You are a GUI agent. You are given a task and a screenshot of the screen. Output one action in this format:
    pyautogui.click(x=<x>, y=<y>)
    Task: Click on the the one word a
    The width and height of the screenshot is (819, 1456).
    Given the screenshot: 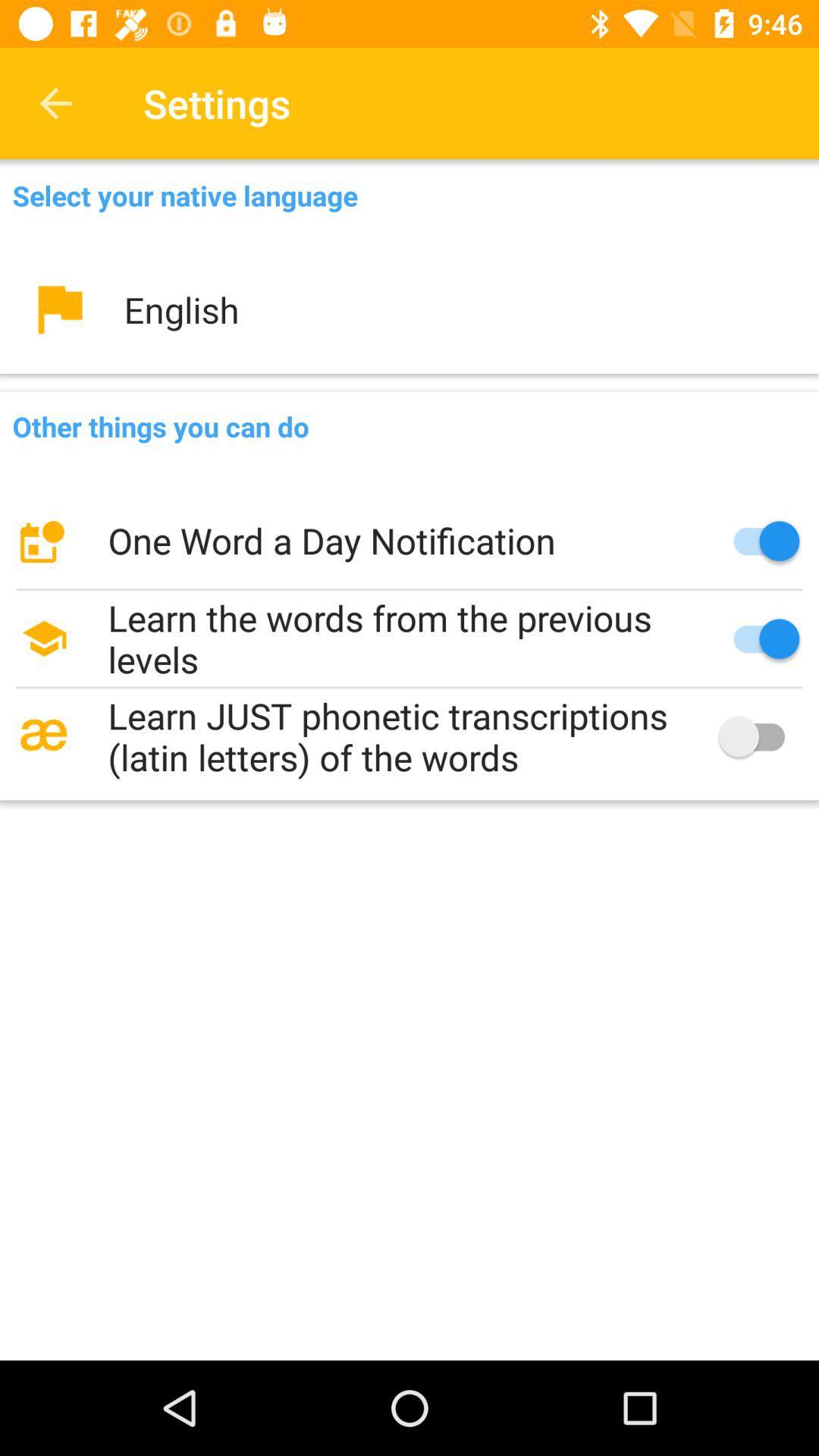 What is the action you would take?
    pyautogui.click(x=409, y=541)
    